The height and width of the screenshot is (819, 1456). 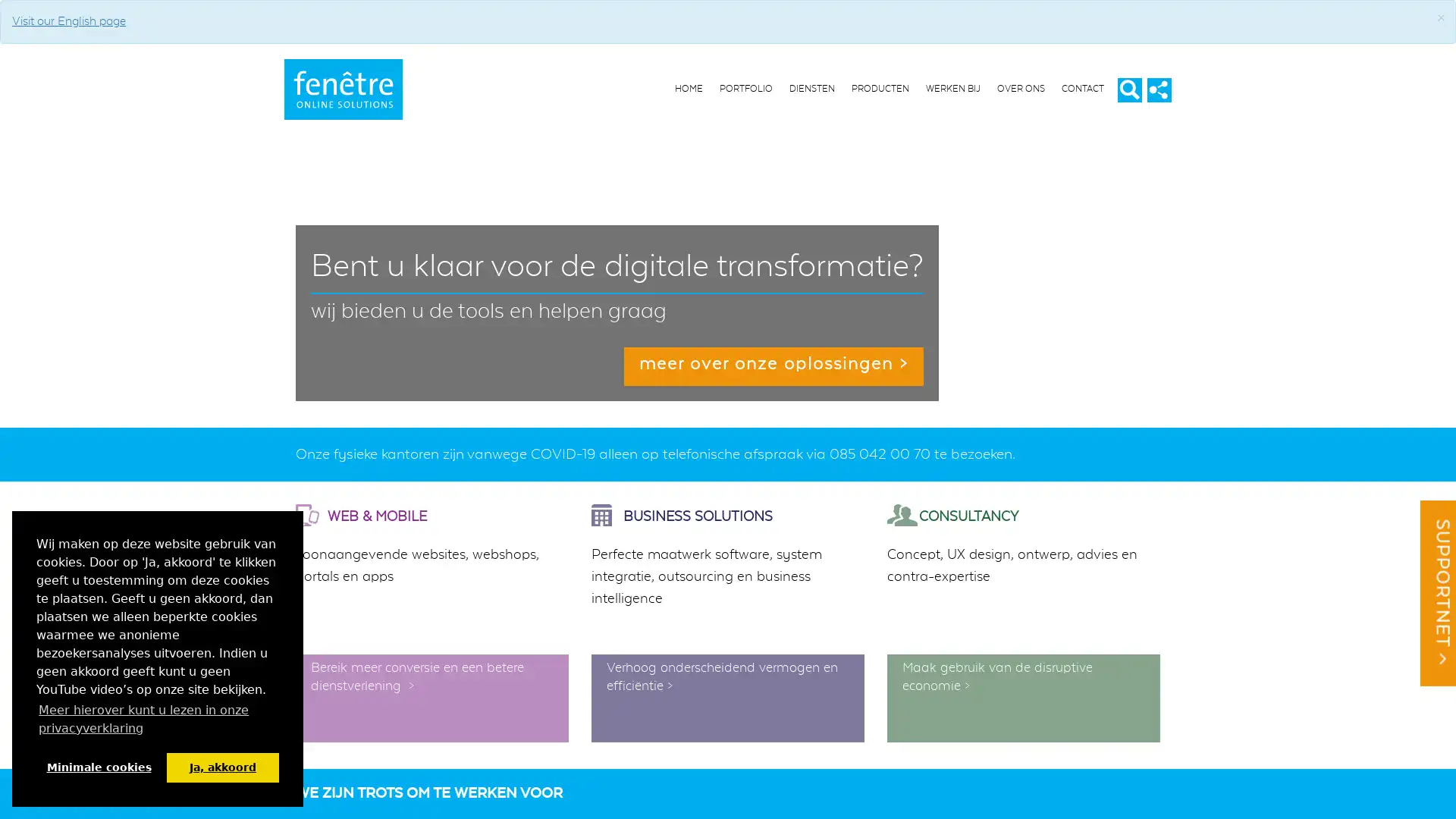 What do you see at coordinates (1440, 18) in the screenshot?
I see `Close` at bounding box center [1440, 18].